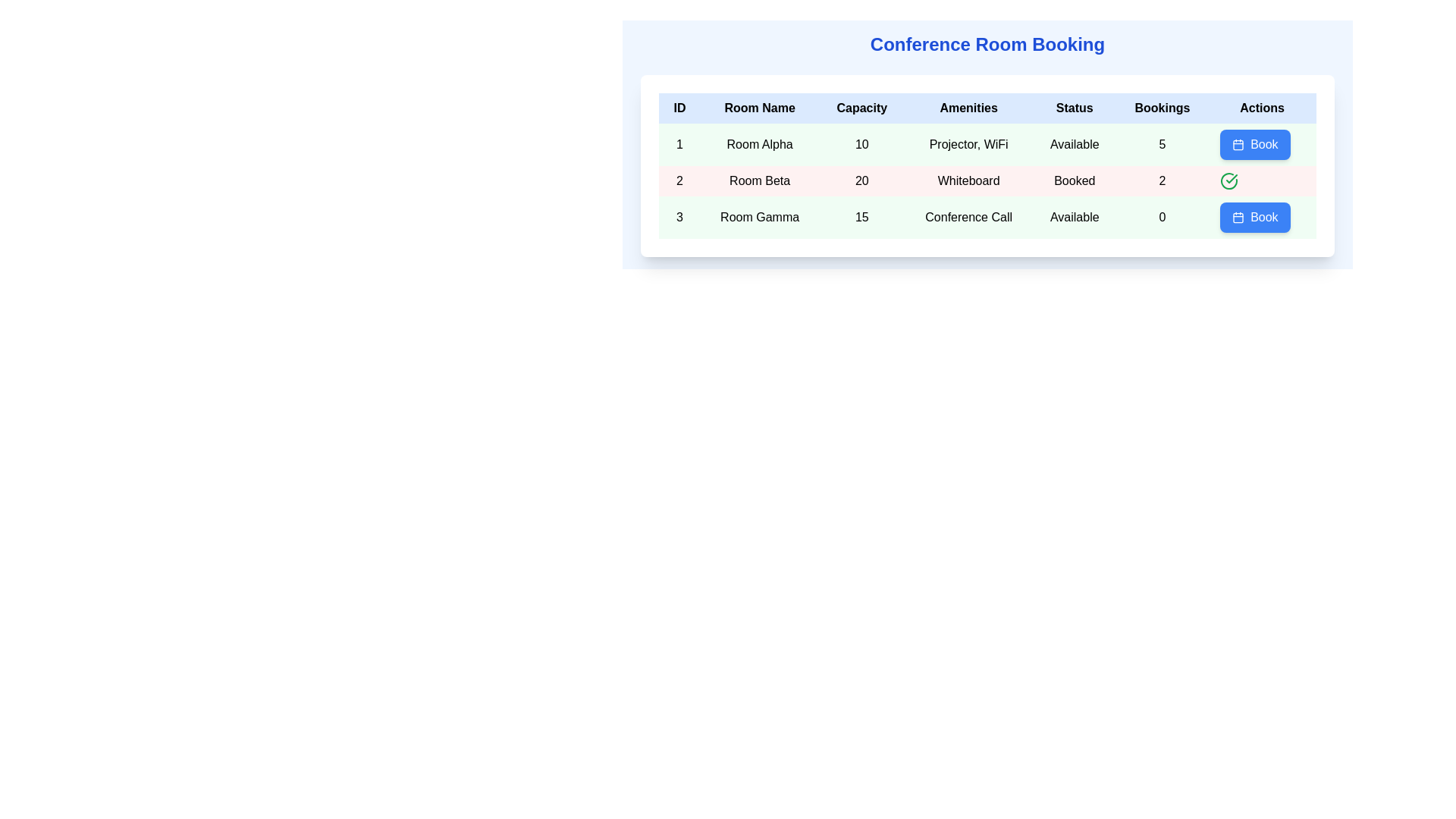 Image resolution: width=1456 pixels, height=819 pixels. Describe the element at coordinates (1262, 145) in the screenshot. I see `the blue rectangular button with rounded corners labeled 'Book' to initiate booking` at that location.